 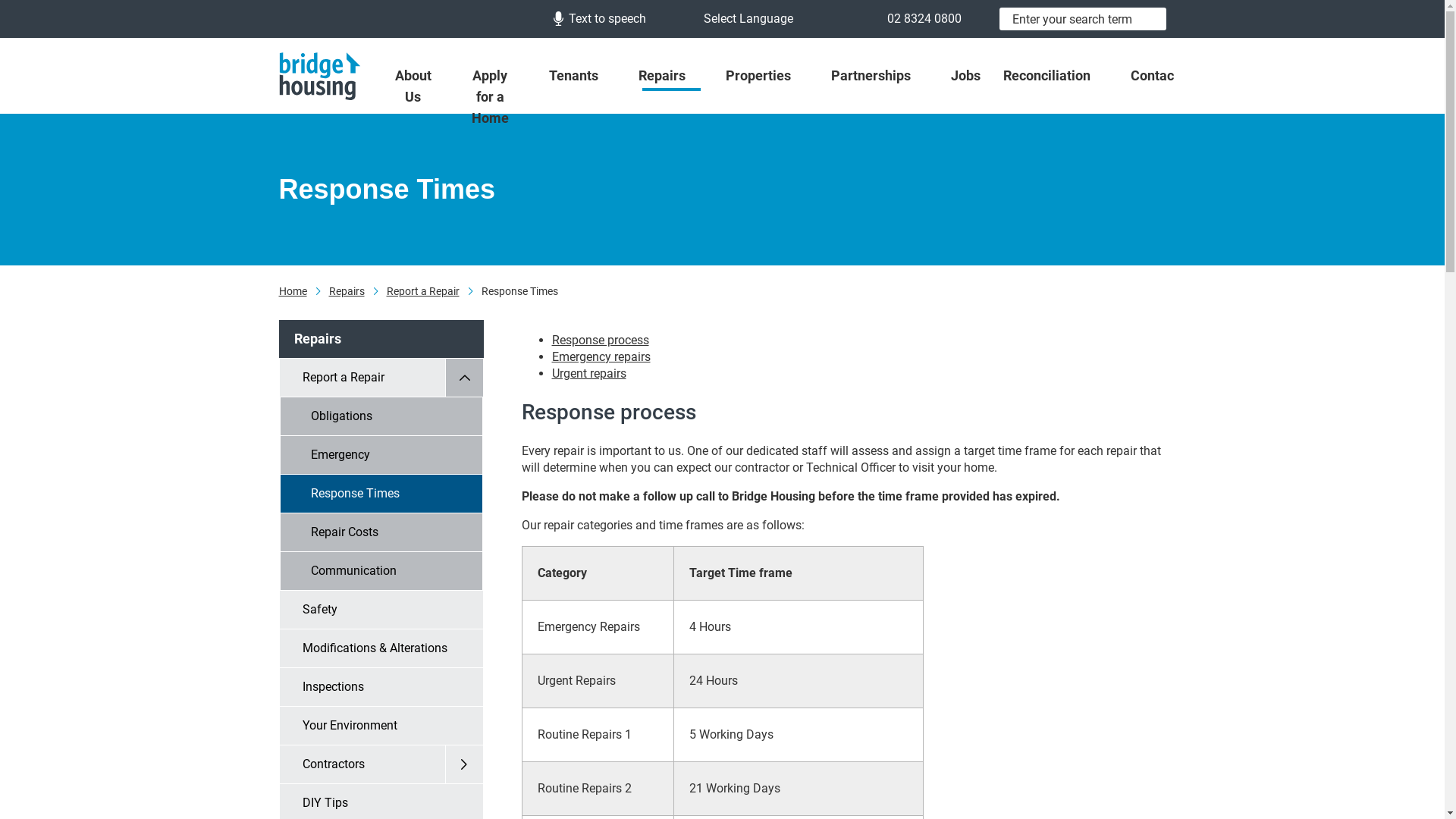 I want to click on 'Inspections', so click(x=381, y=687).